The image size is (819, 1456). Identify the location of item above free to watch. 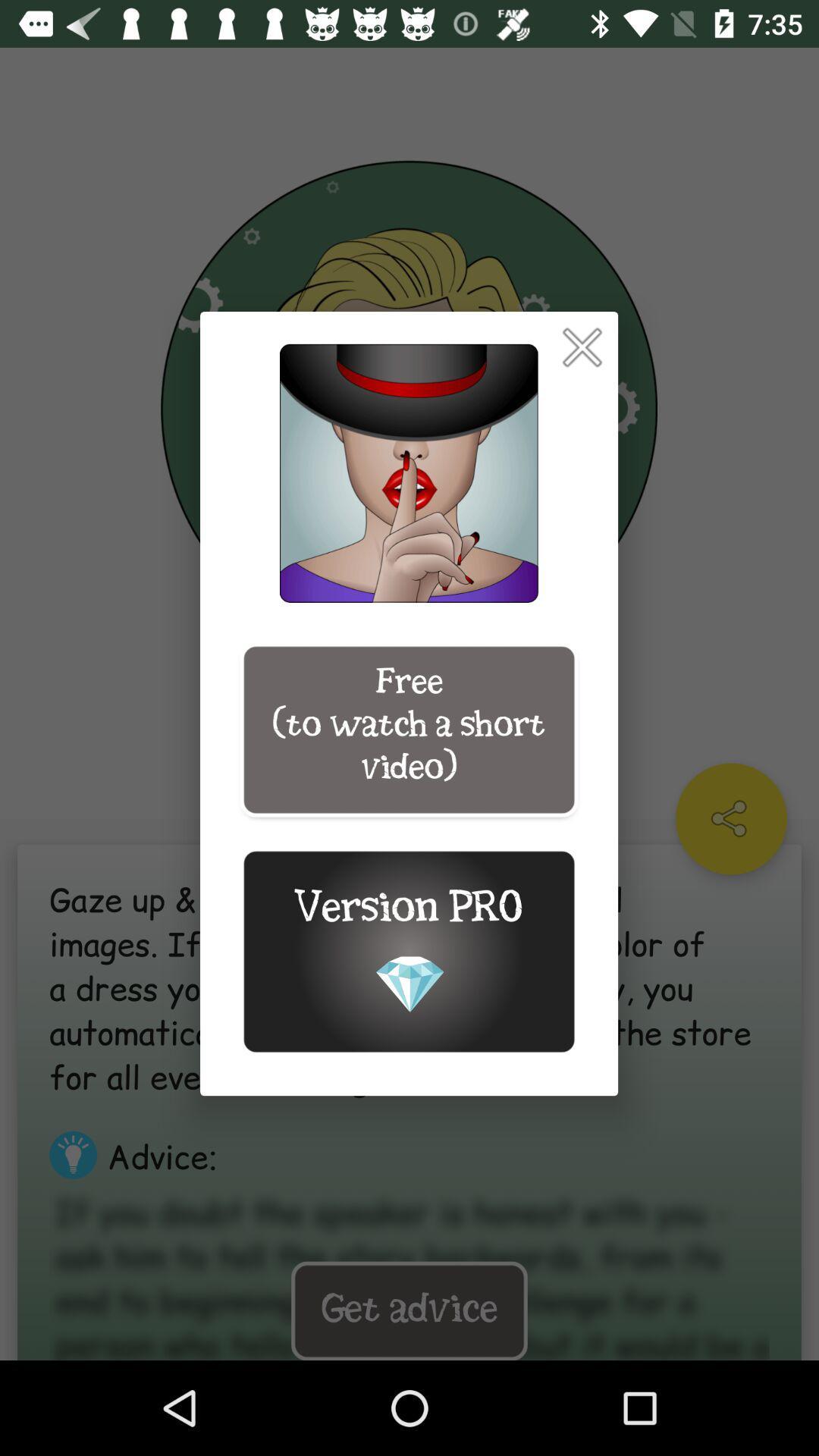
(581, 347).